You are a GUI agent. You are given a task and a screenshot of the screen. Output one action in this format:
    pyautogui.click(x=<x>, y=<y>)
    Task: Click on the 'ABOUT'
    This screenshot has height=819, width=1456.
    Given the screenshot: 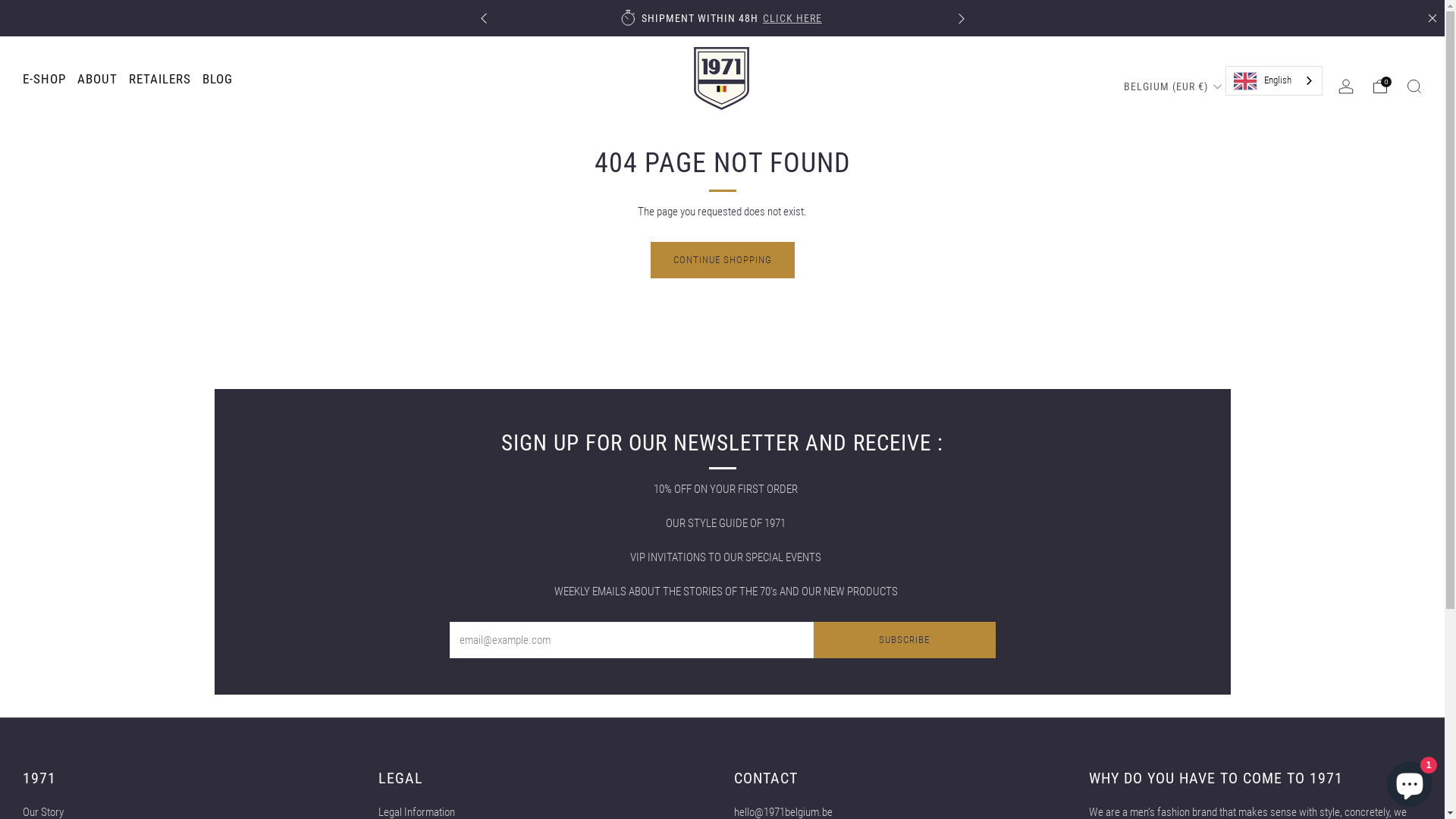 What is the action you would take?
    pyautogui.click(x=76, y=79)
    